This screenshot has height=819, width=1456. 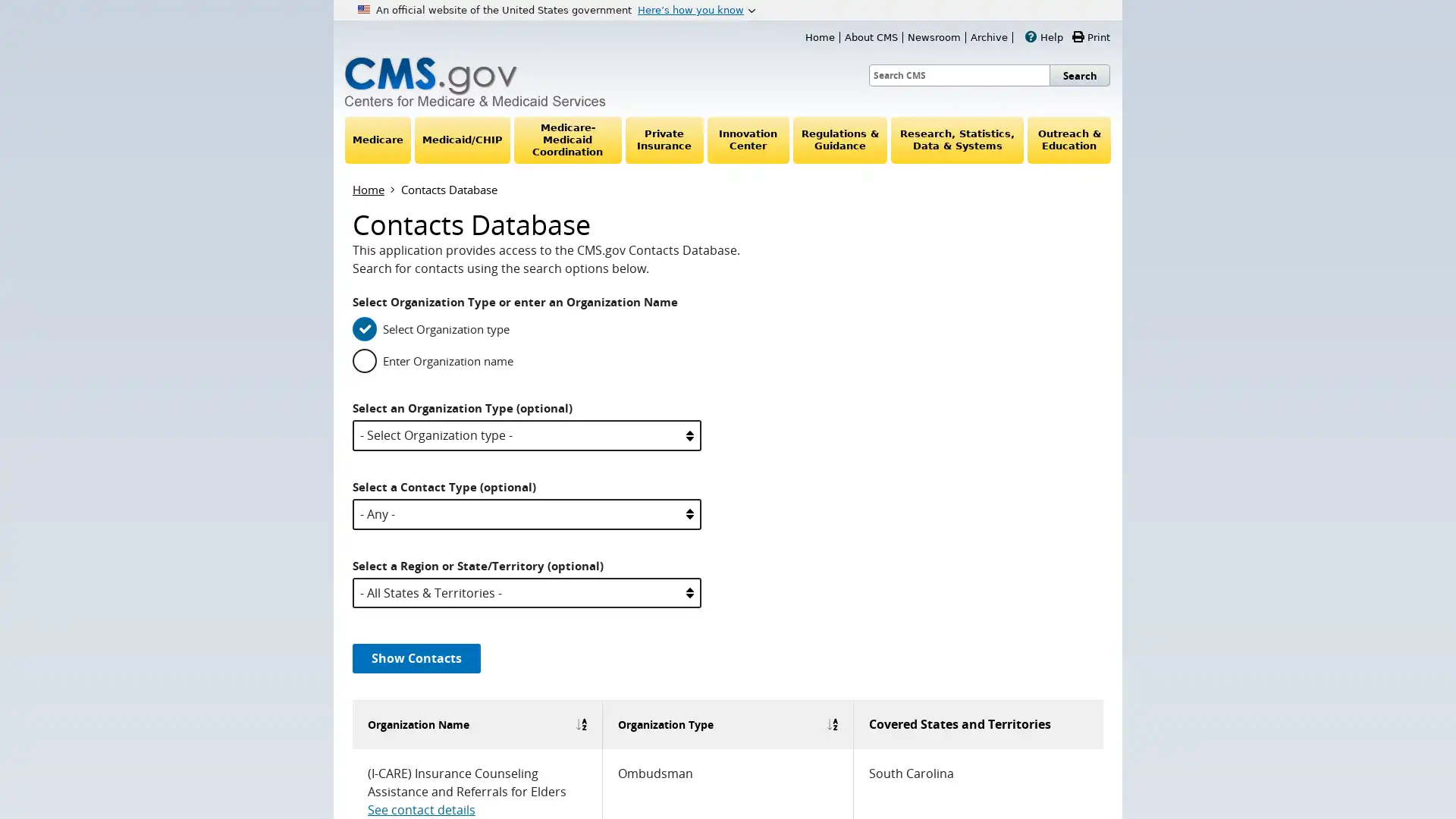 I want to click on Search, so click(x=1079, y=75).